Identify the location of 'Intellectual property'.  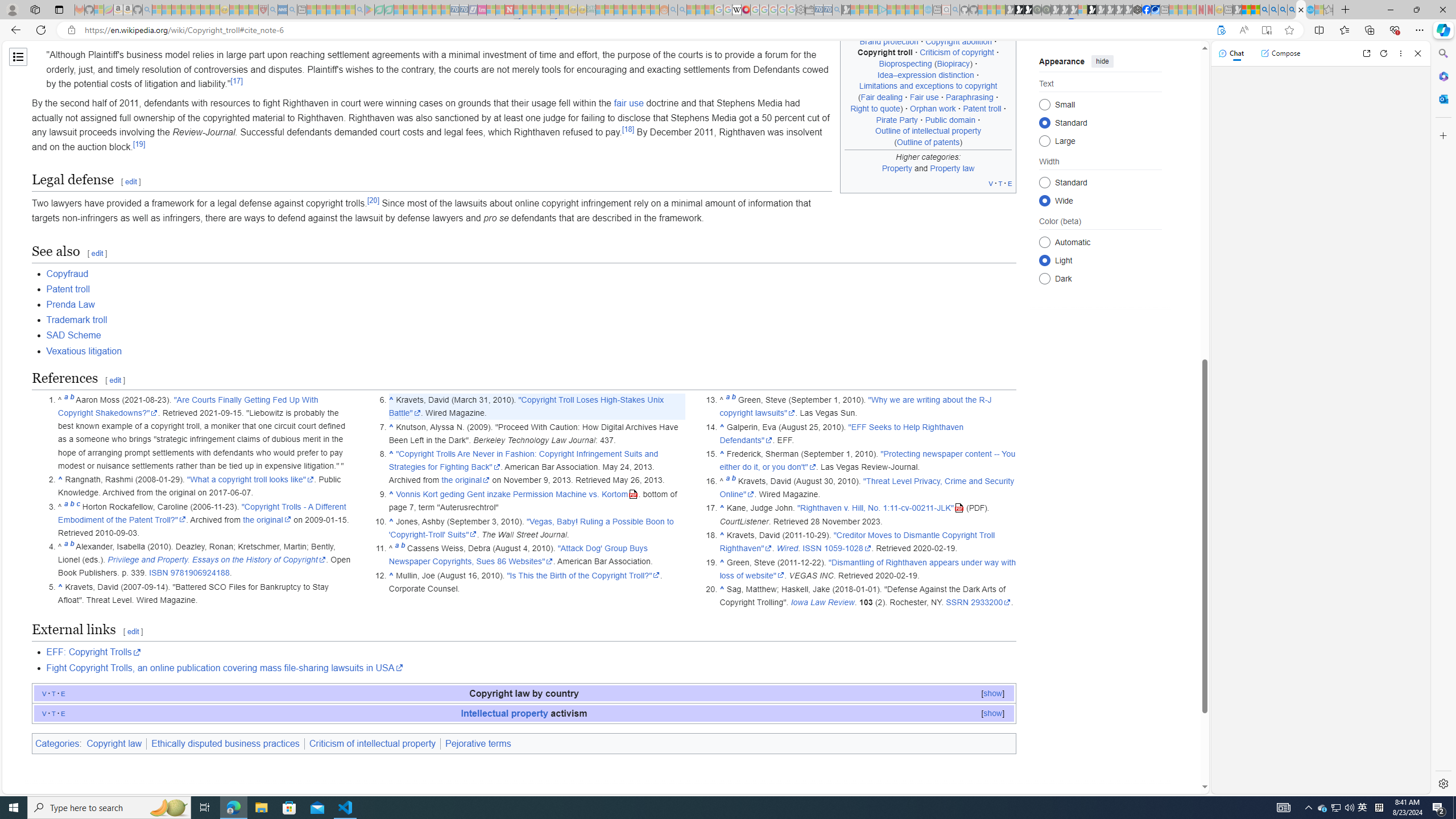
(504, 712).